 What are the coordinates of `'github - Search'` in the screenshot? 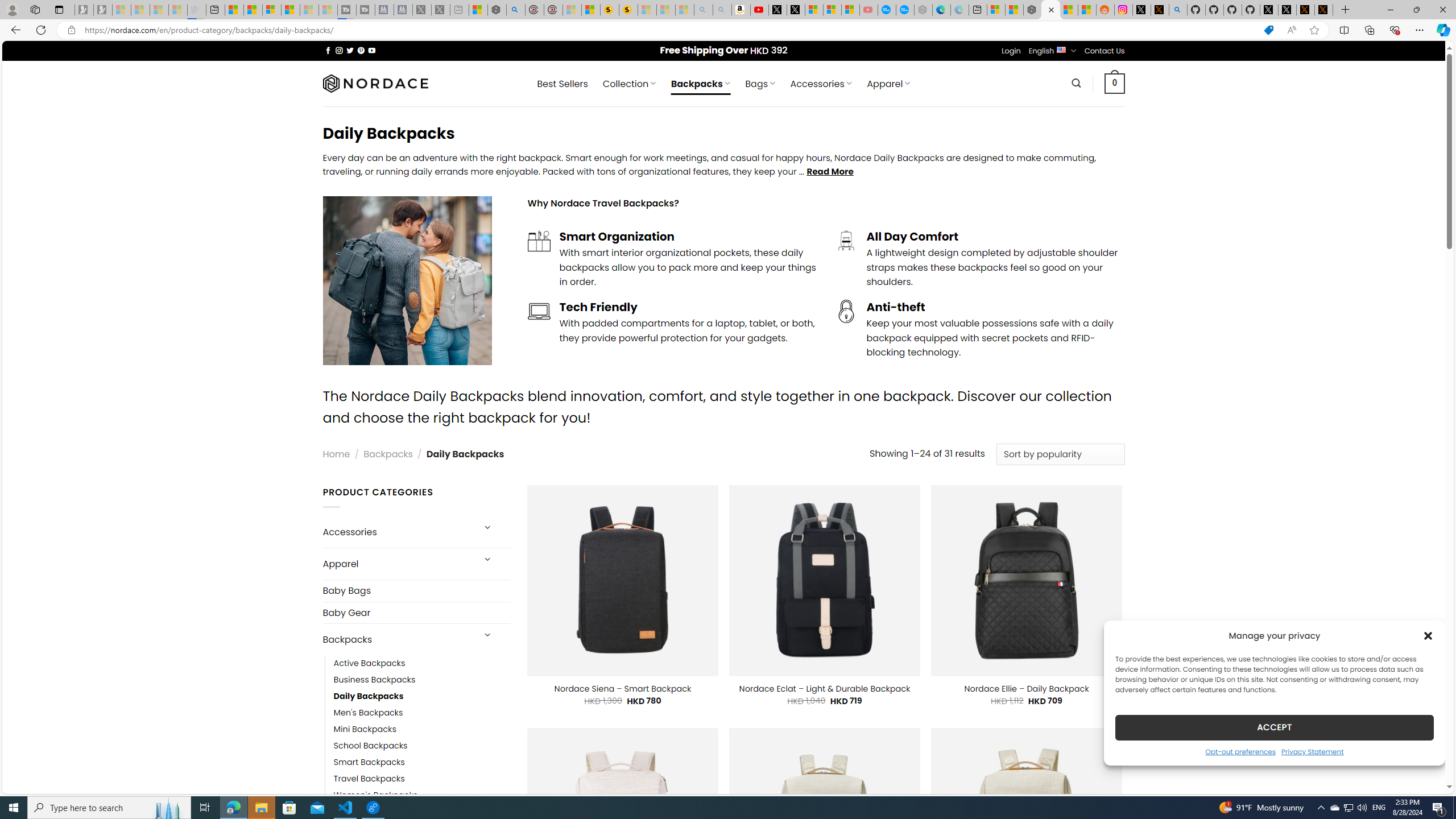 It's located at (1178, 9).